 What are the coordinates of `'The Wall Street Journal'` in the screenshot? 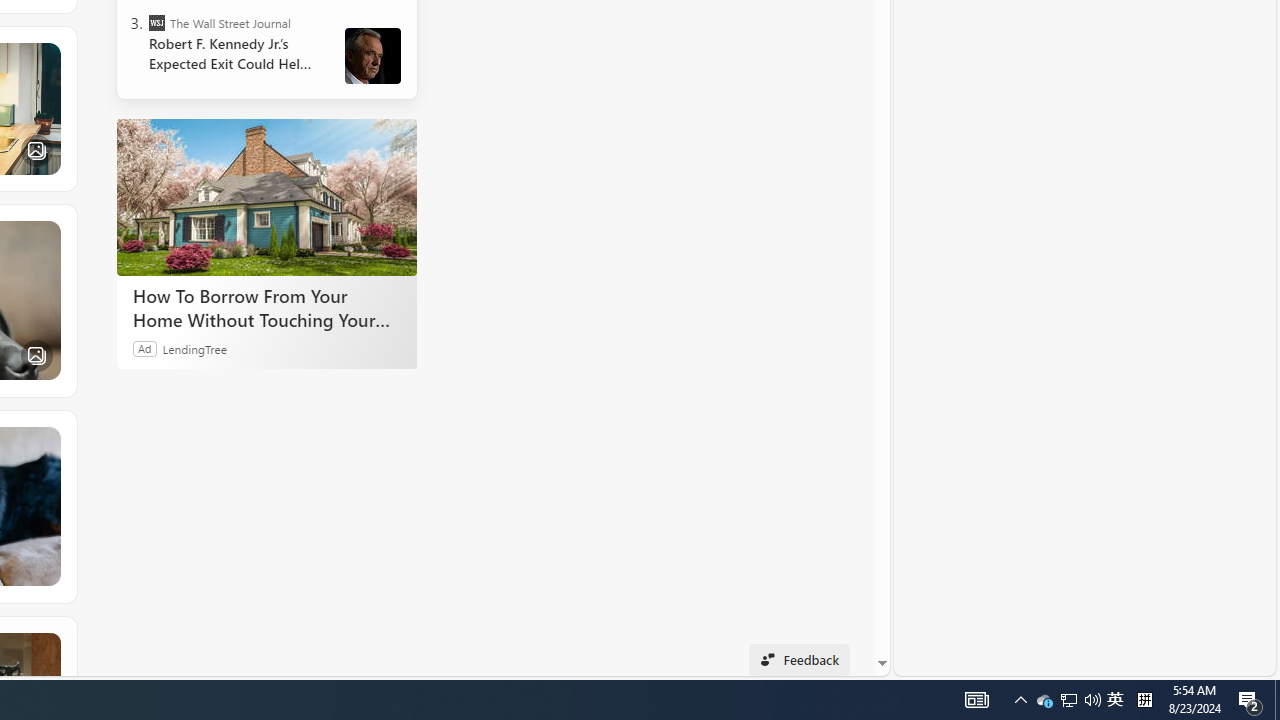 It's located at (155, 23).